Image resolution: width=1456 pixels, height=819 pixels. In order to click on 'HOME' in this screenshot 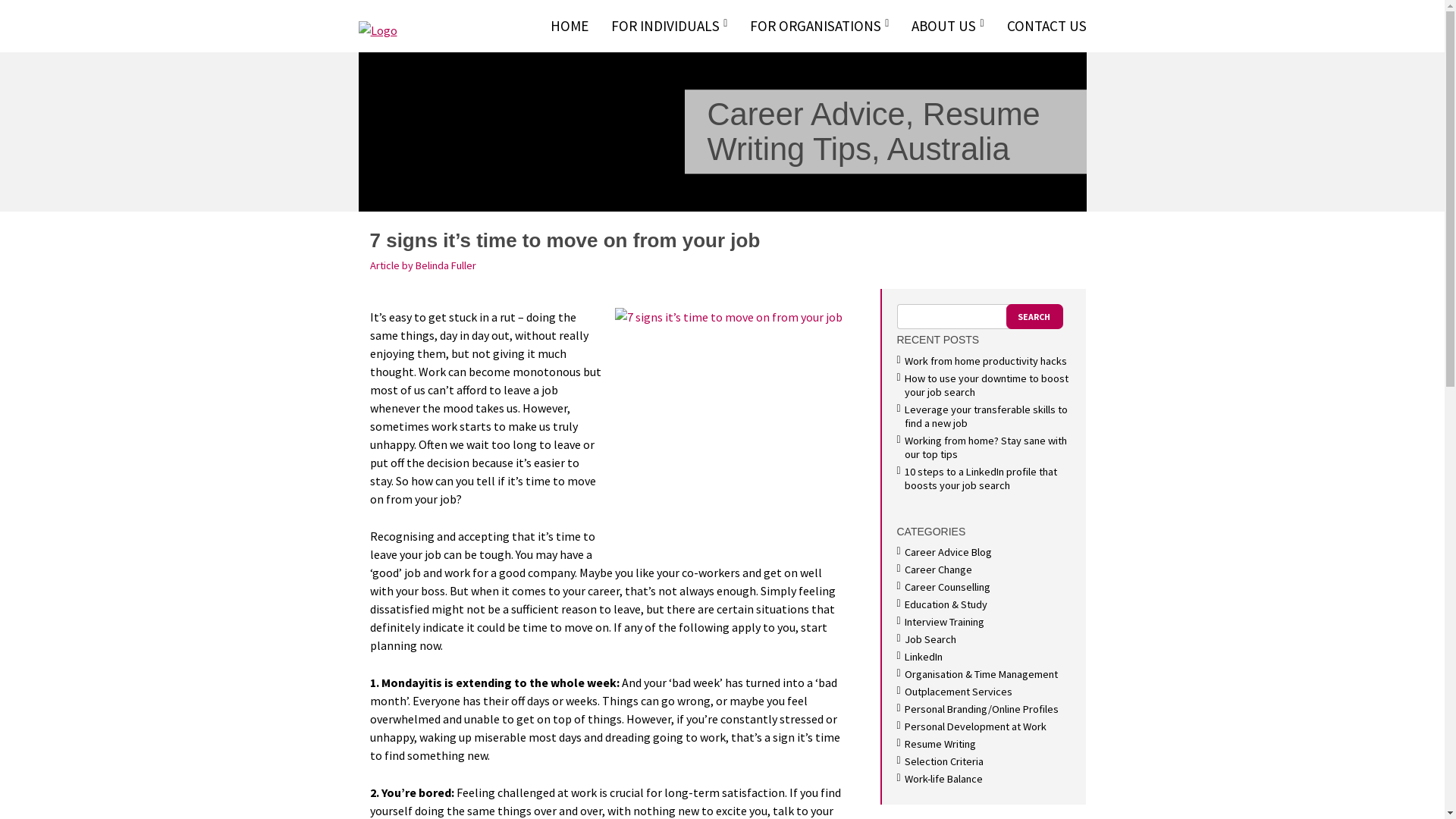, I will do `click(568, 26)`.